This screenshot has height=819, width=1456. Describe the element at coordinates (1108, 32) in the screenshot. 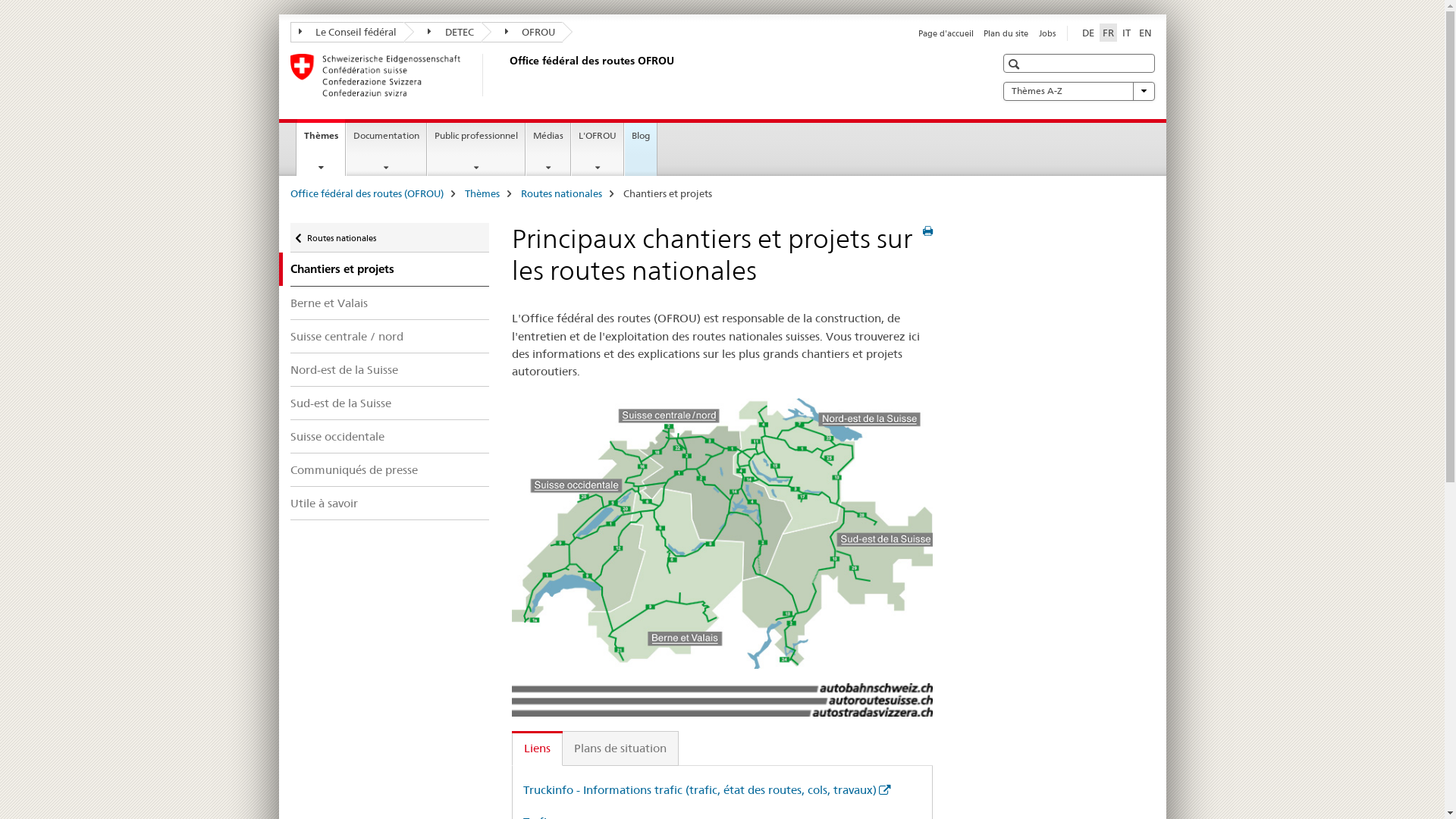

I see `'FR'` at that location.